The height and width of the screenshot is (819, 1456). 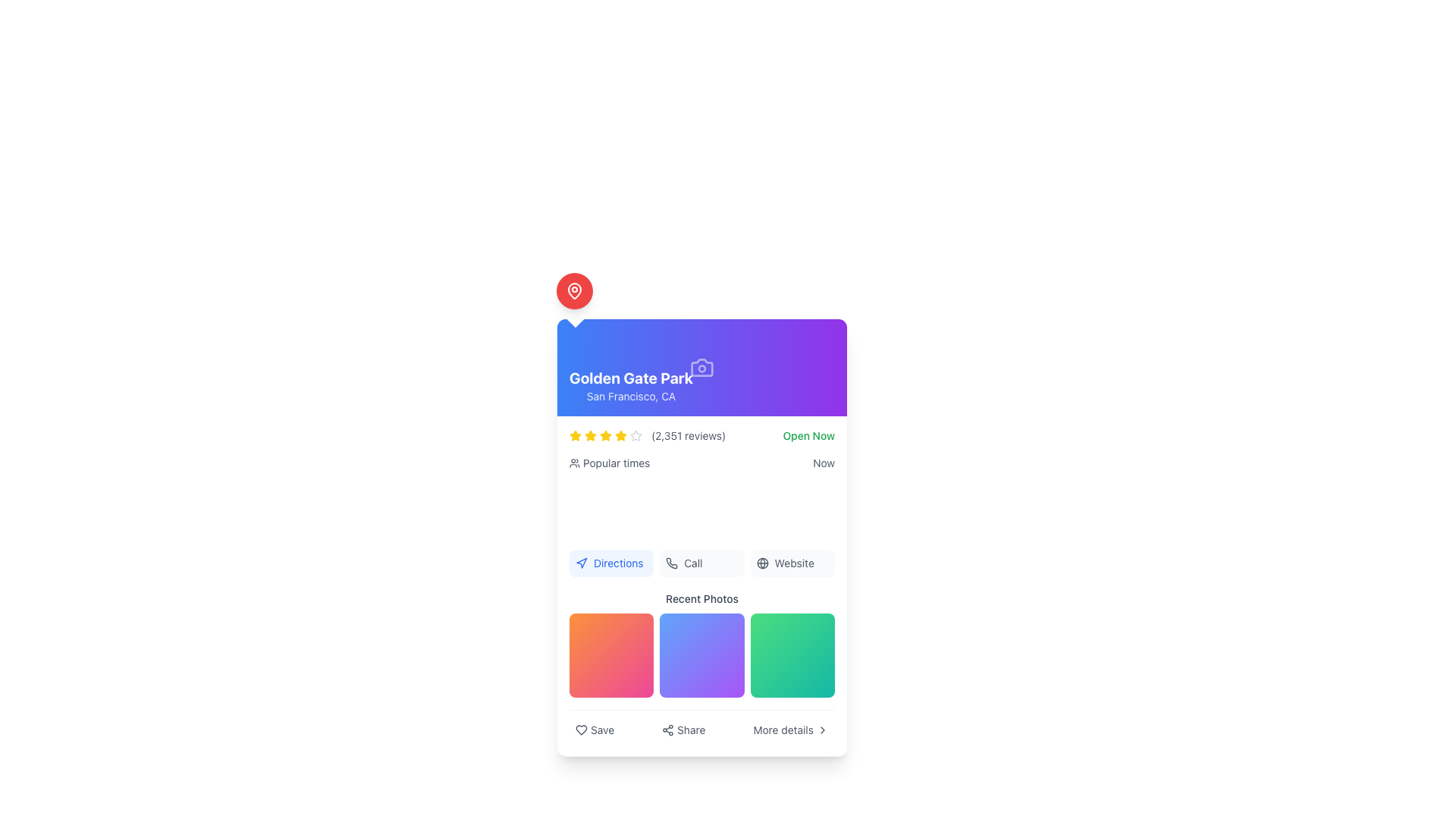 What do you see at coordinates (611, 563) in the screenshot?
I see `the 'Directions' button, which is a rectangular button with a blue navigation arrow icon on the left, located in the middle-left section of a three-column grid layout` at bounding box center [611, 563].